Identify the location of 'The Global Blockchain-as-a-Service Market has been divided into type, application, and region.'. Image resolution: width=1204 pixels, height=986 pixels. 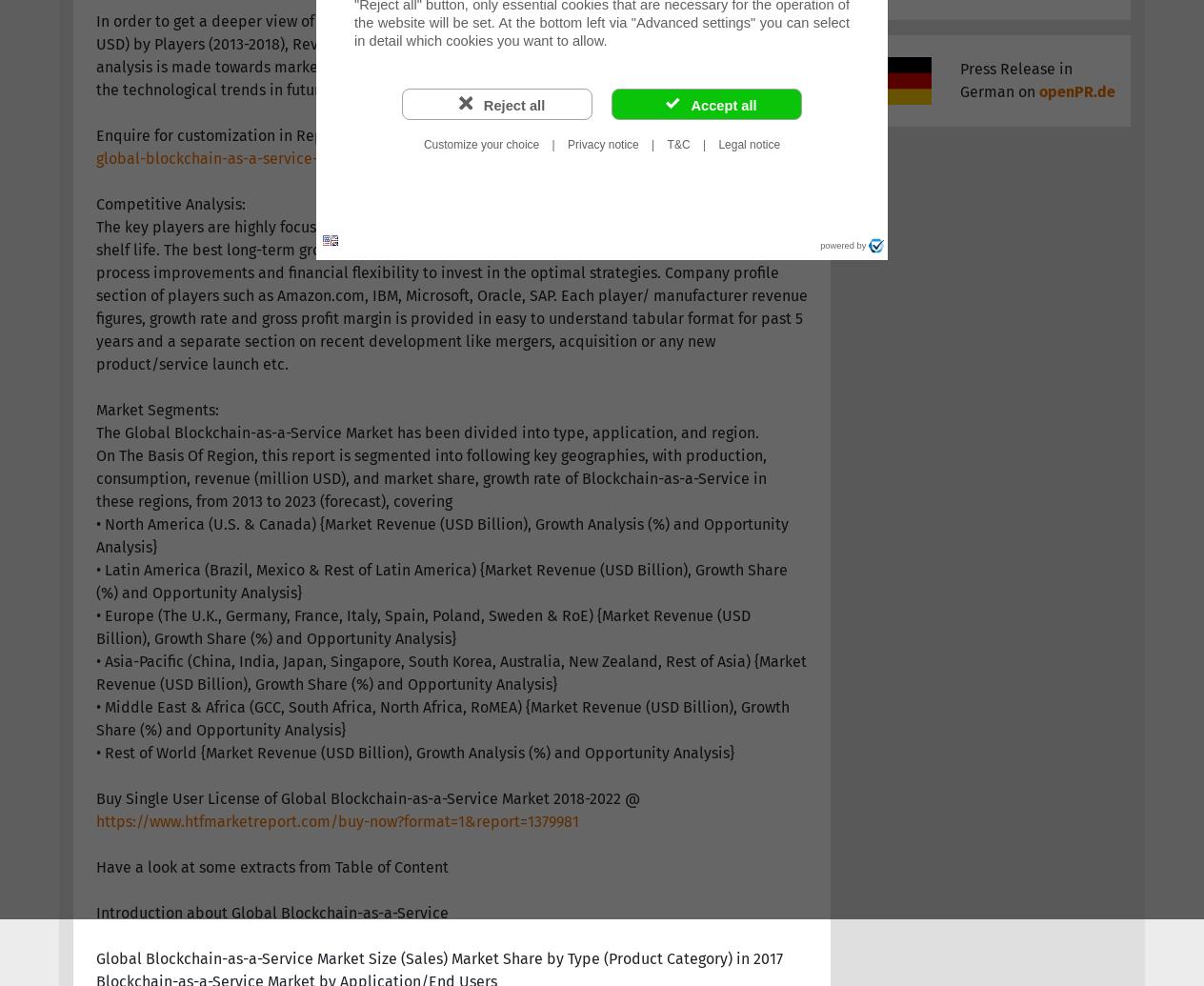
(426, 432).